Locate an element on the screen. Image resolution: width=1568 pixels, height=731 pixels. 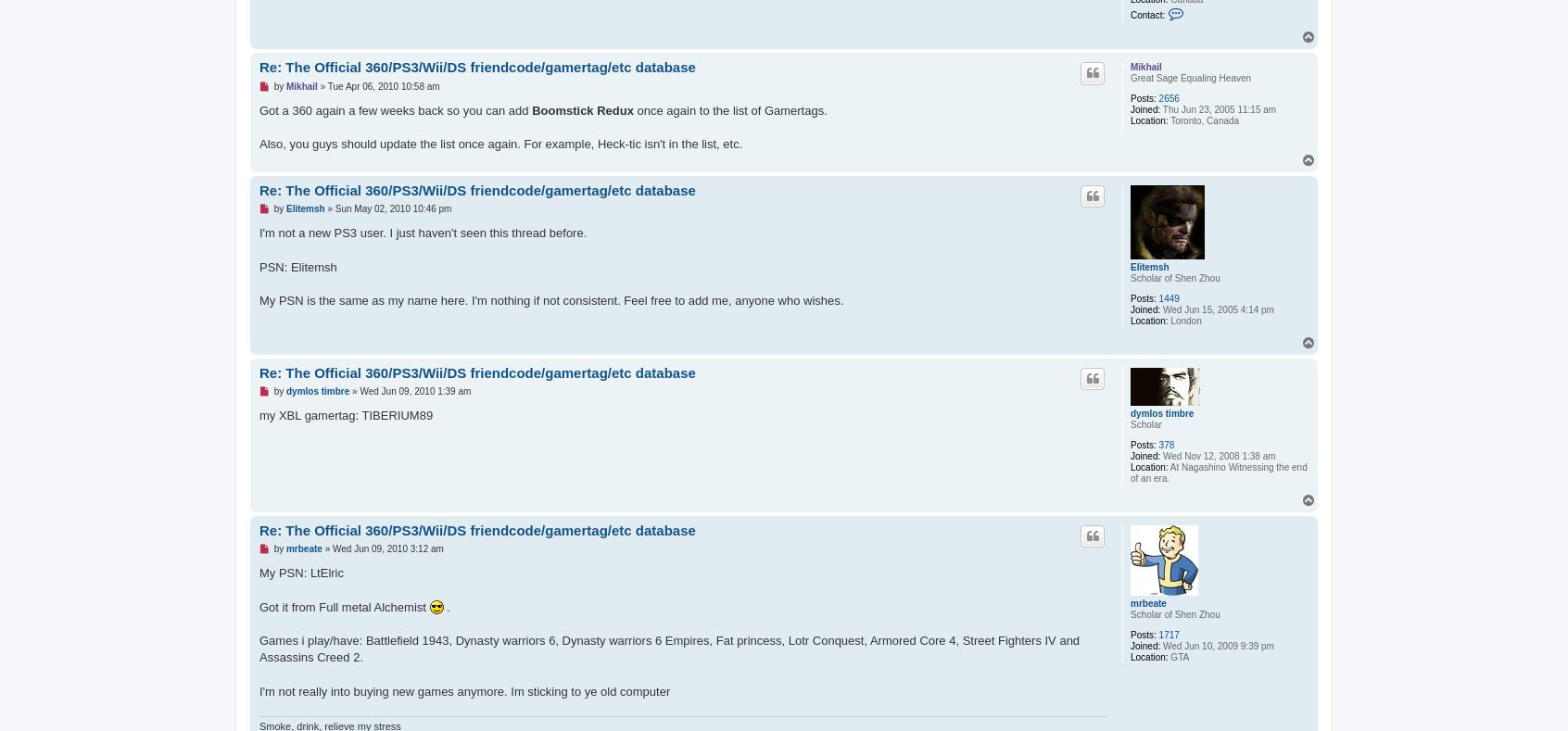
'I'm not a new PS3 user. I just haven't seen this thread before.' is located at coordinates (422, 233).